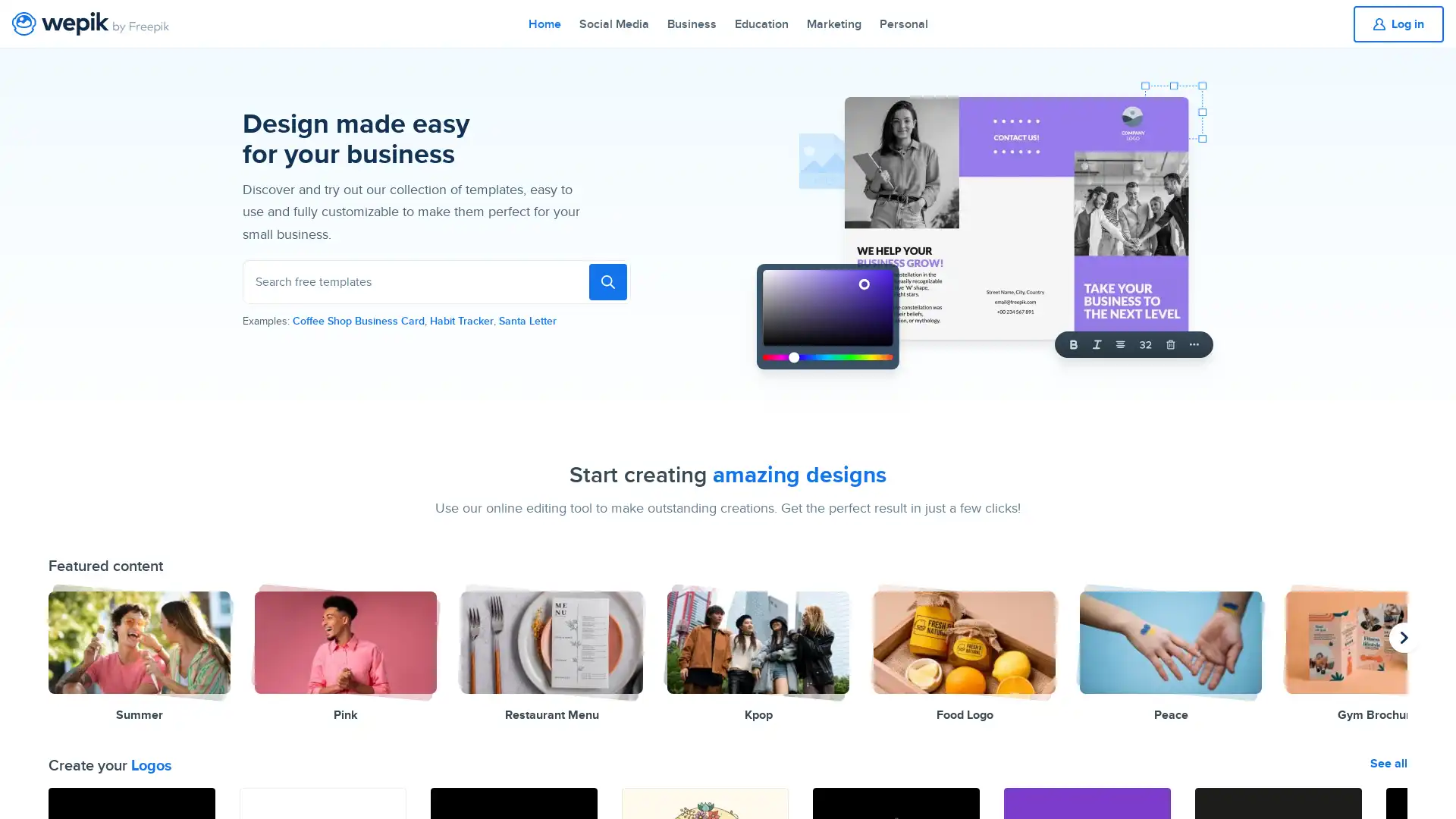 The image size is (1456, 819). What do you see at coordinates (1404, 648) in the screenshot?
I see `previous presentation` at bounding box center [1404, 648].